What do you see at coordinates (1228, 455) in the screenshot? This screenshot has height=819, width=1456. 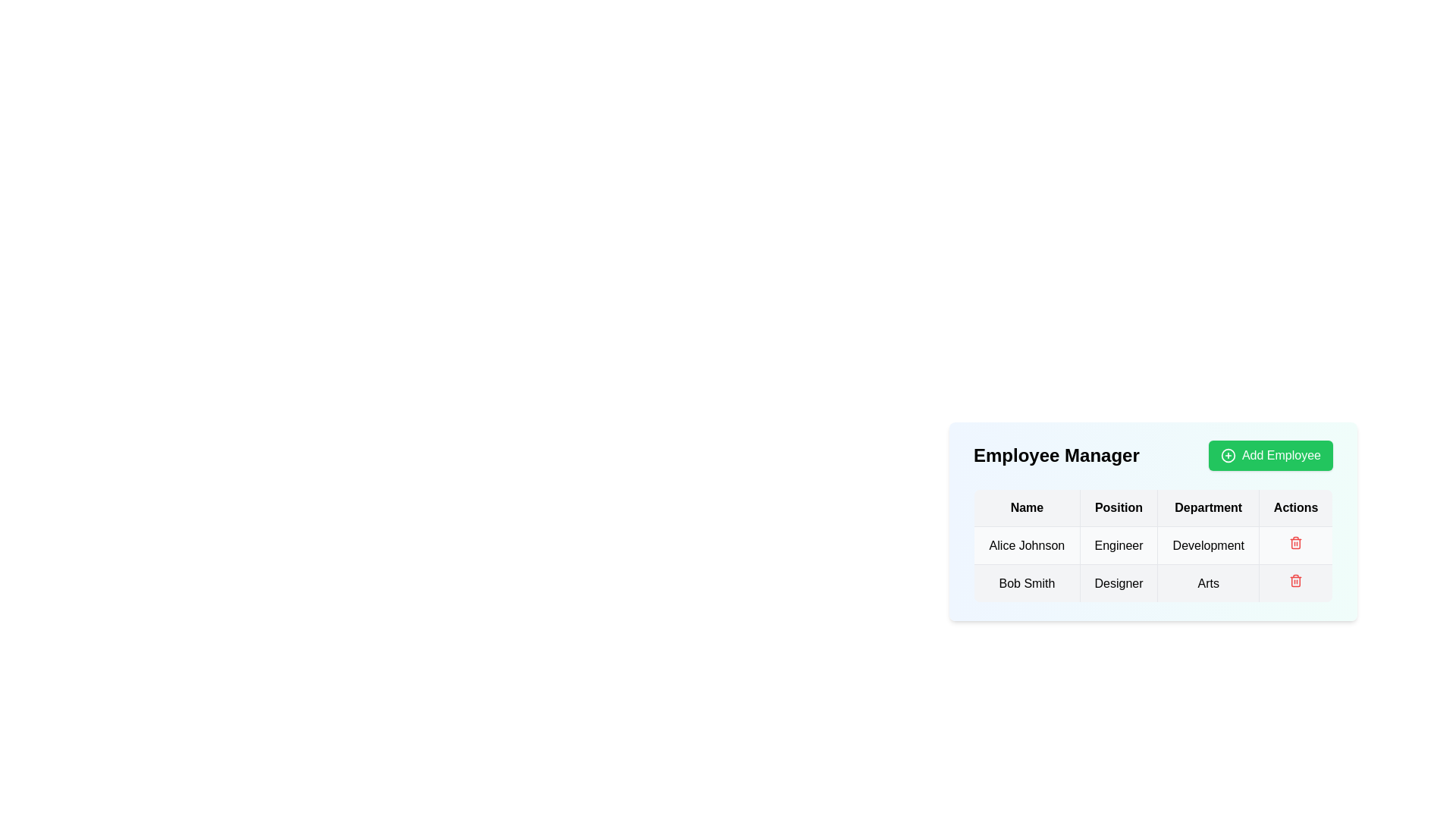 I see `the circular icon element with a green border that contains a plus symbol, located near the 'Add Employee' text in the top right corner of the 'Employee Manager' section` at bounding box center [1228, 455].